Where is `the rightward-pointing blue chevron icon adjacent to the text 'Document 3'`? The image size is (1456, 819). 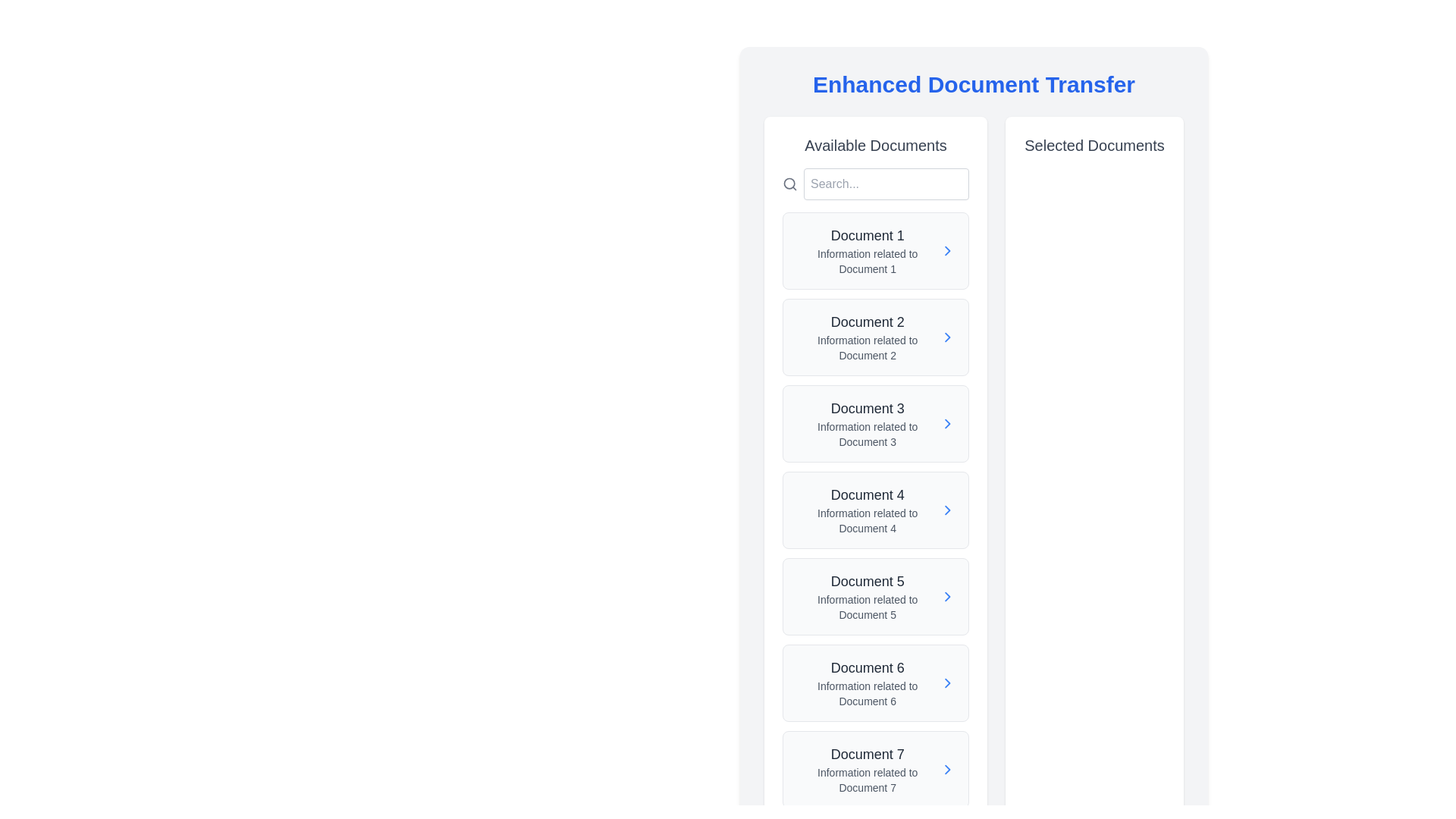 the rightward-pointing blue chevron icon adjacent to the text 'Document 3' is located at coordinates (946, 424).